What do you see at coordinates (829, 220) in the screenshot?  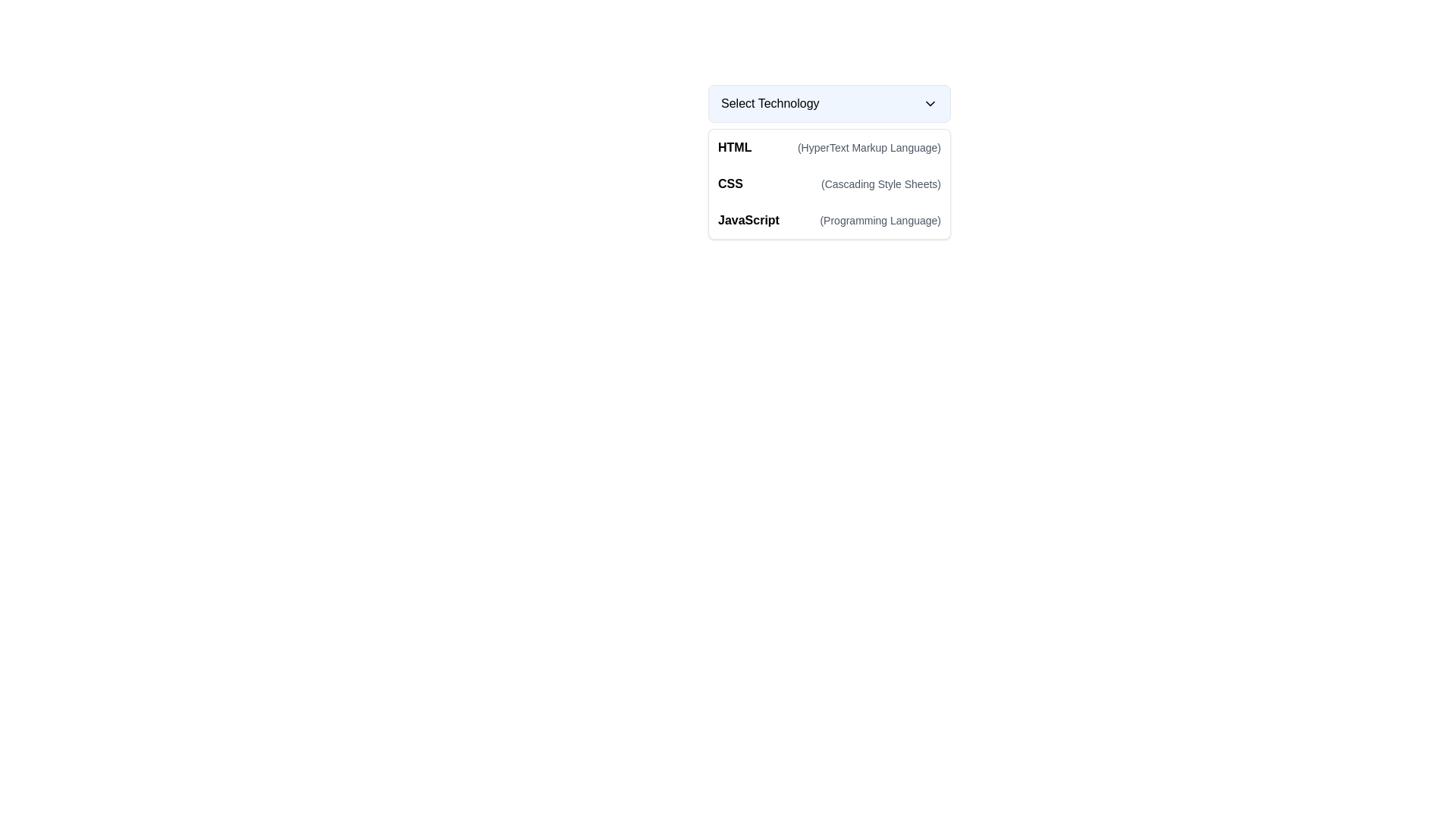 I see `the third item in the dropdown menu labeled 'Select Technology'` at bounding box center [829, 220].